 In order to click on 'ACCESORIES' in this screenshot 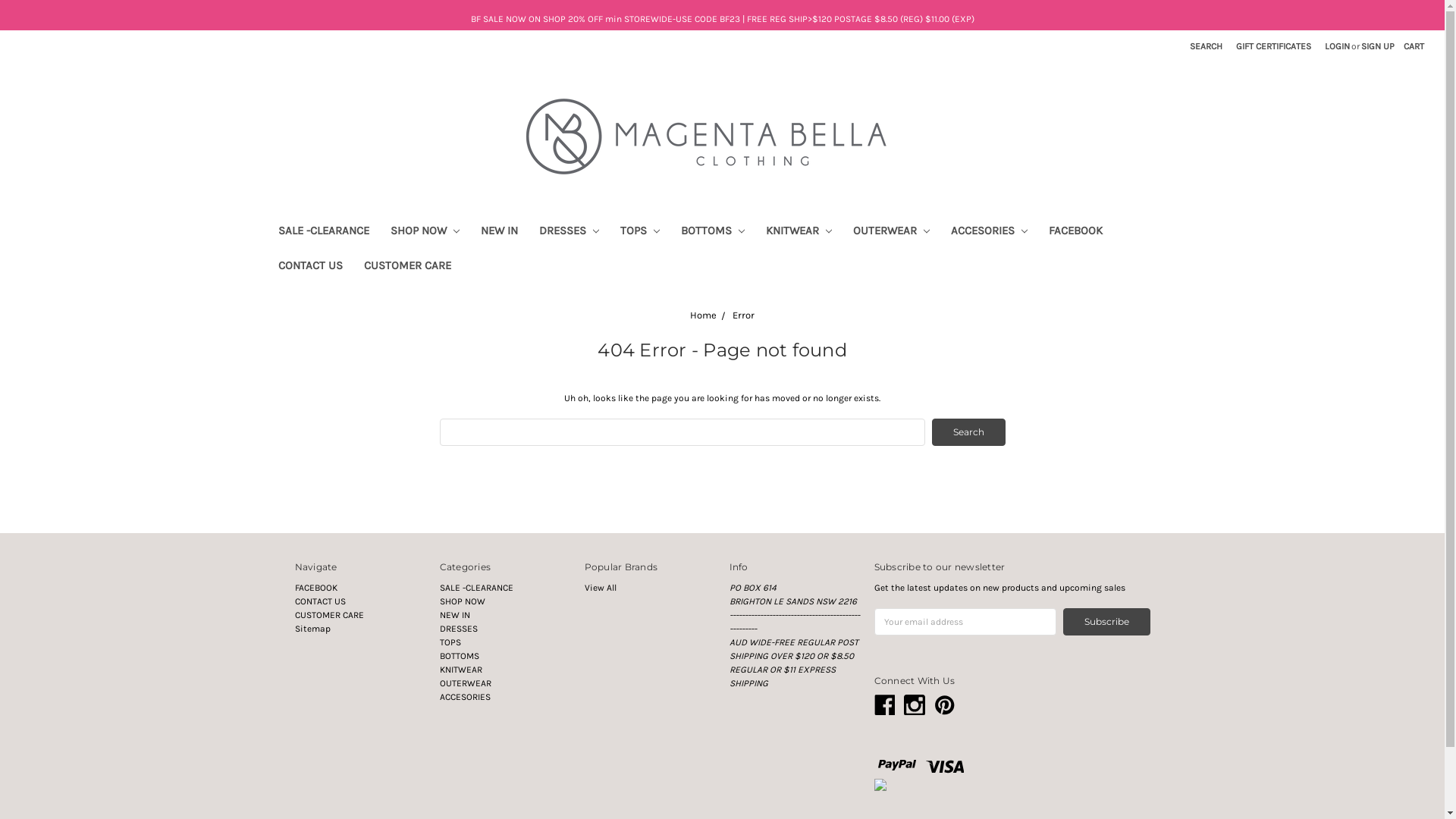, I will do `click(989, 233)`.